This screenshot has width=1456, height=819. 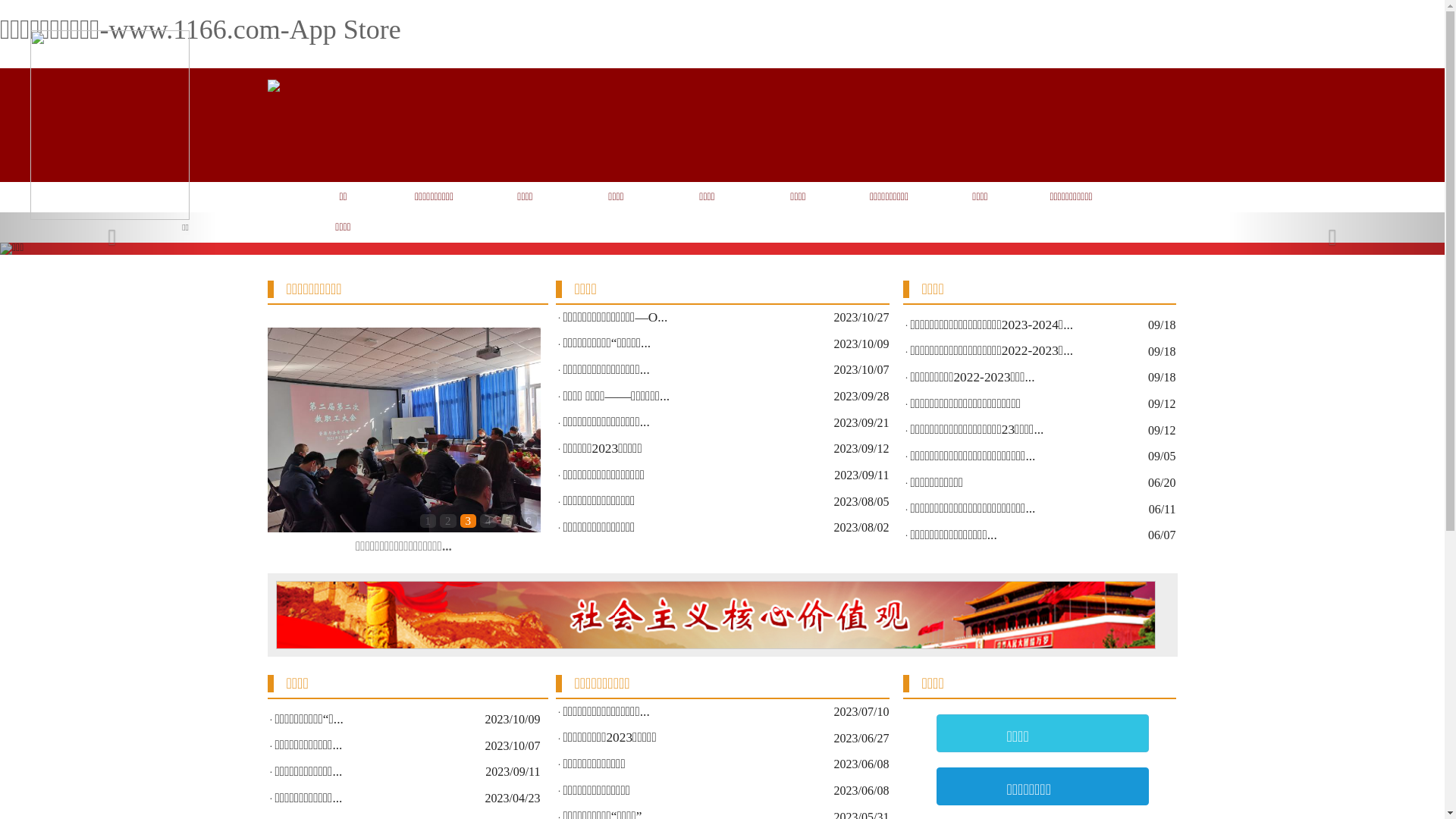 I want to click on '6', so click(x=528, y=519).